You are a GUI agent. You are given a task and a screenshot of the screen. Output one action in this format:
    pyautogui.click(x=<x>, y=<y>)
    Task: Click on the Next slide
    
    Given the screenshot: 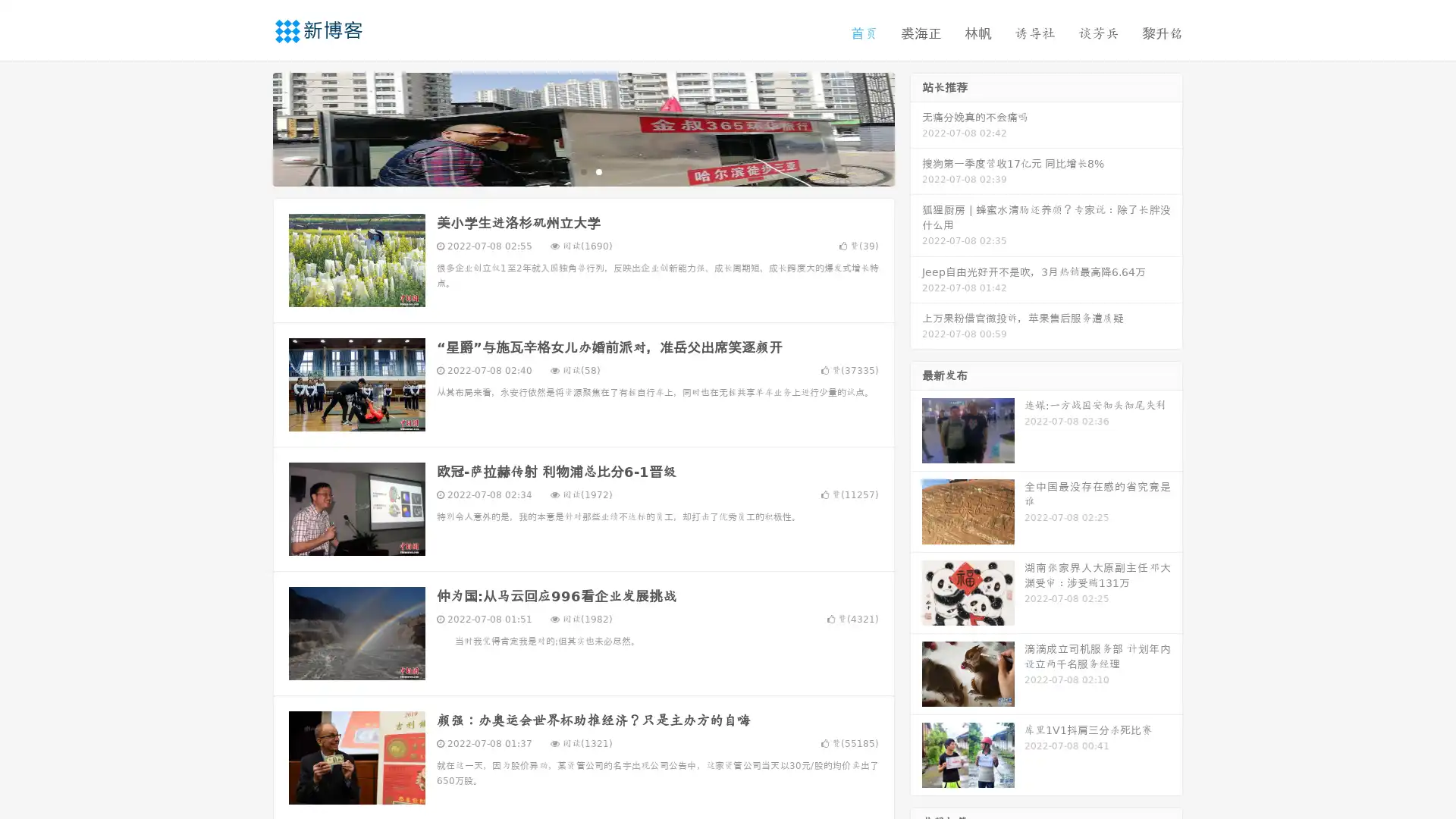 What is the action you would take?
    pyautogui.click(x=916, y=127)
    